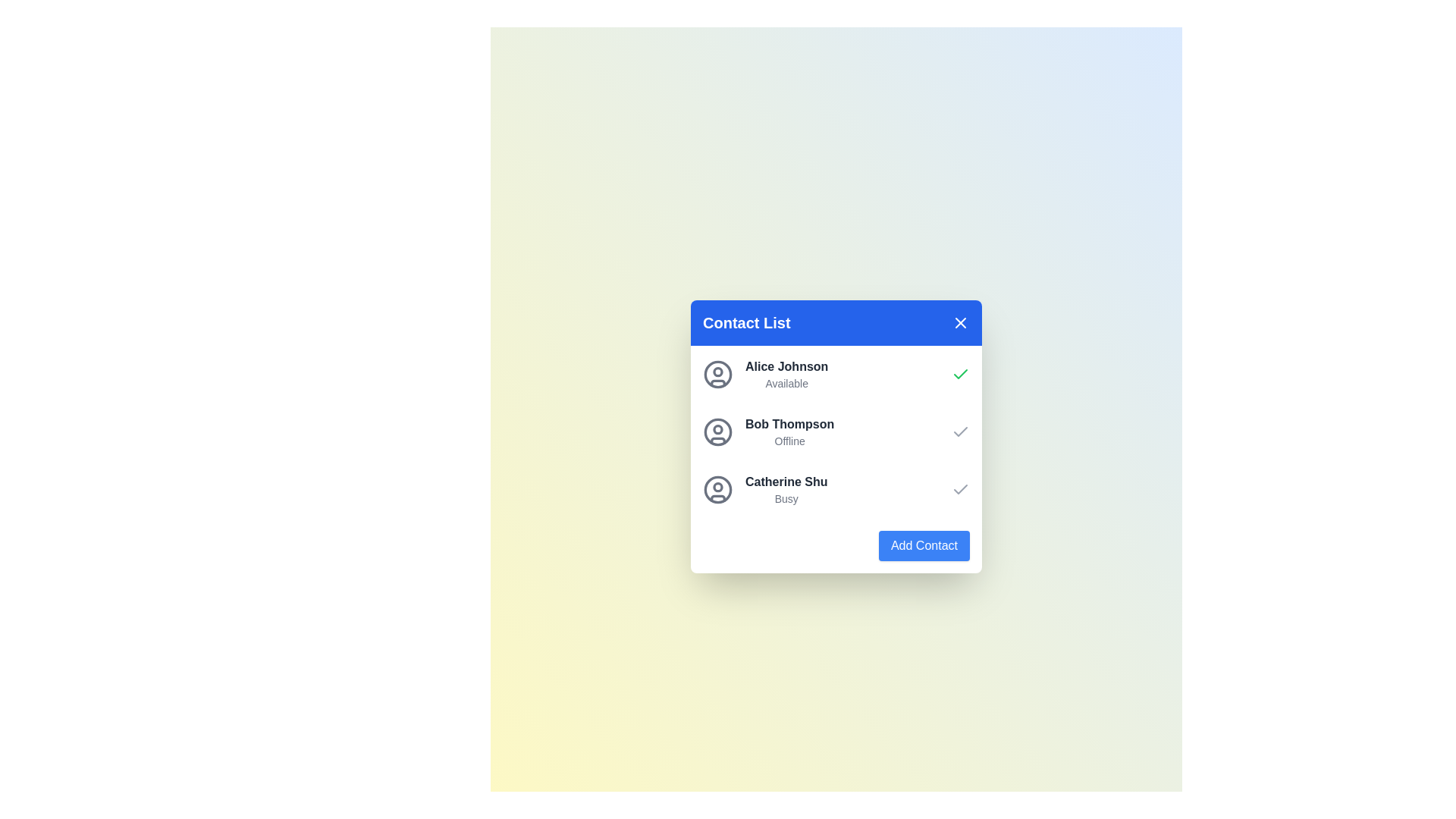 The width and height of the screenshot is (1456, 819). What do you see at coordinates (764, 489) in the screenshot?
I see `the contact item Catherine Shu to highlight it` at bounding box center [764, 489].